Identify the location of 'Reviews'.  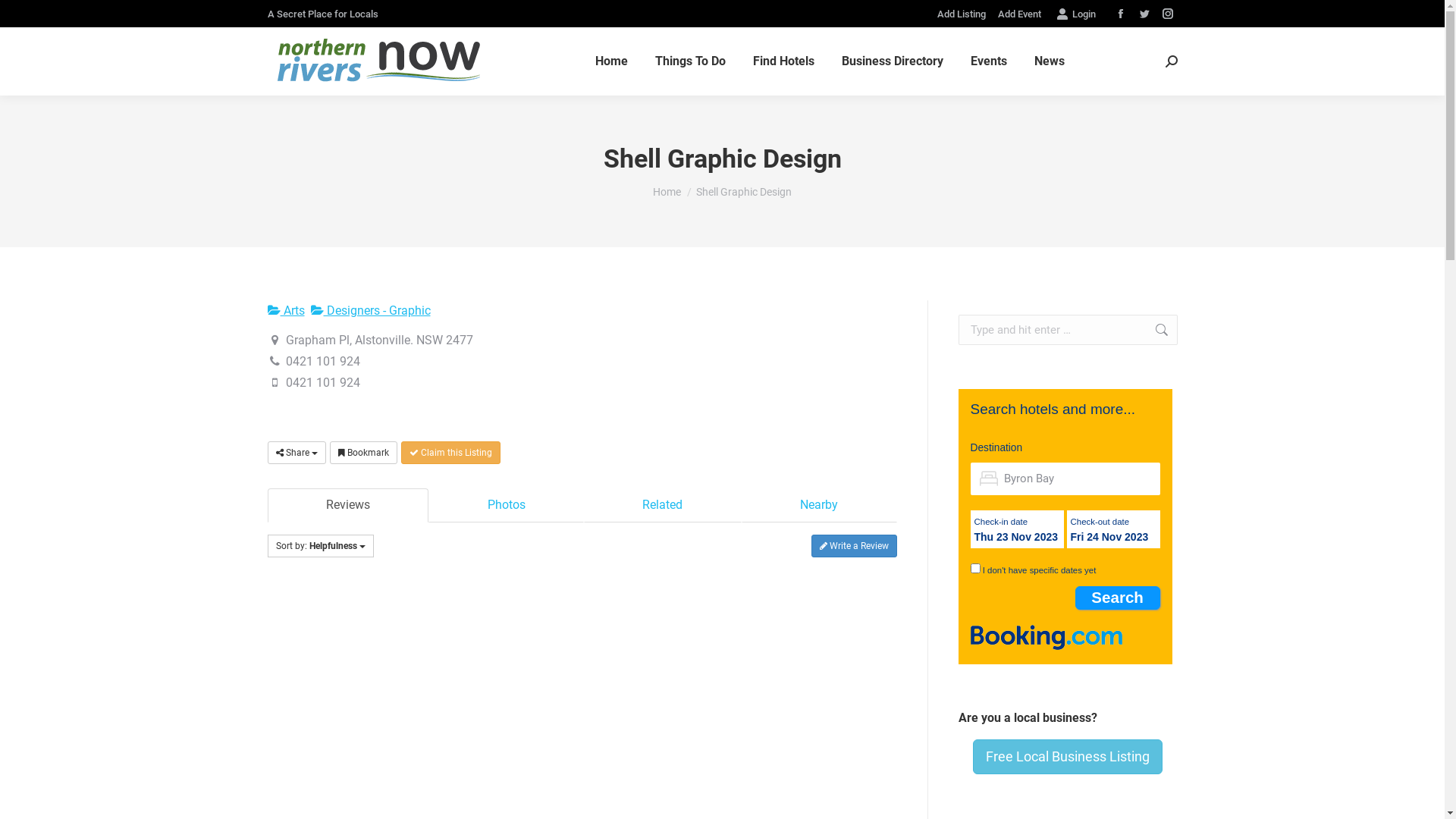
(347, 505).